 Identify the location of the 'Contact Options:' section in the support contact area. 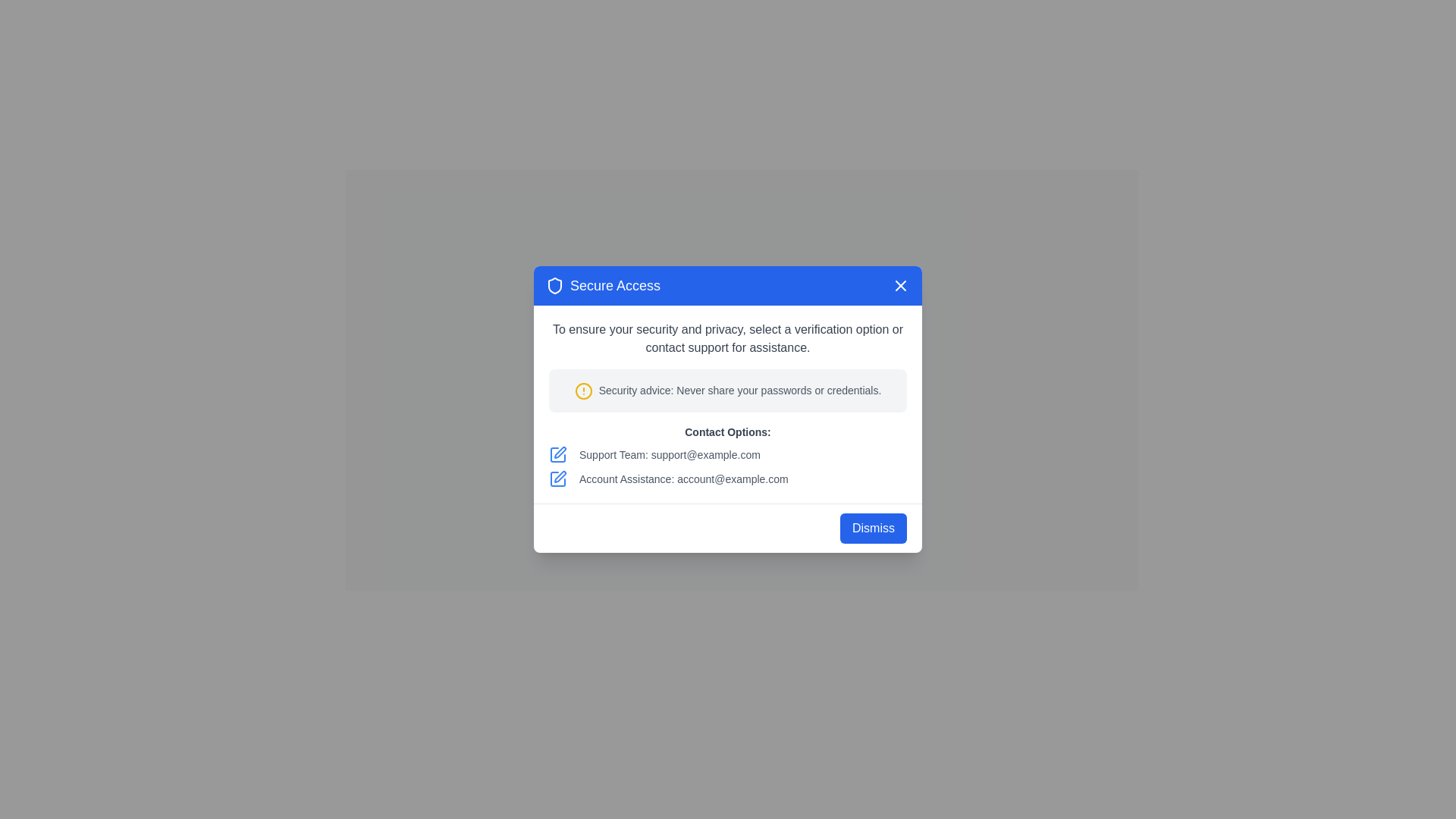
(728, 455).